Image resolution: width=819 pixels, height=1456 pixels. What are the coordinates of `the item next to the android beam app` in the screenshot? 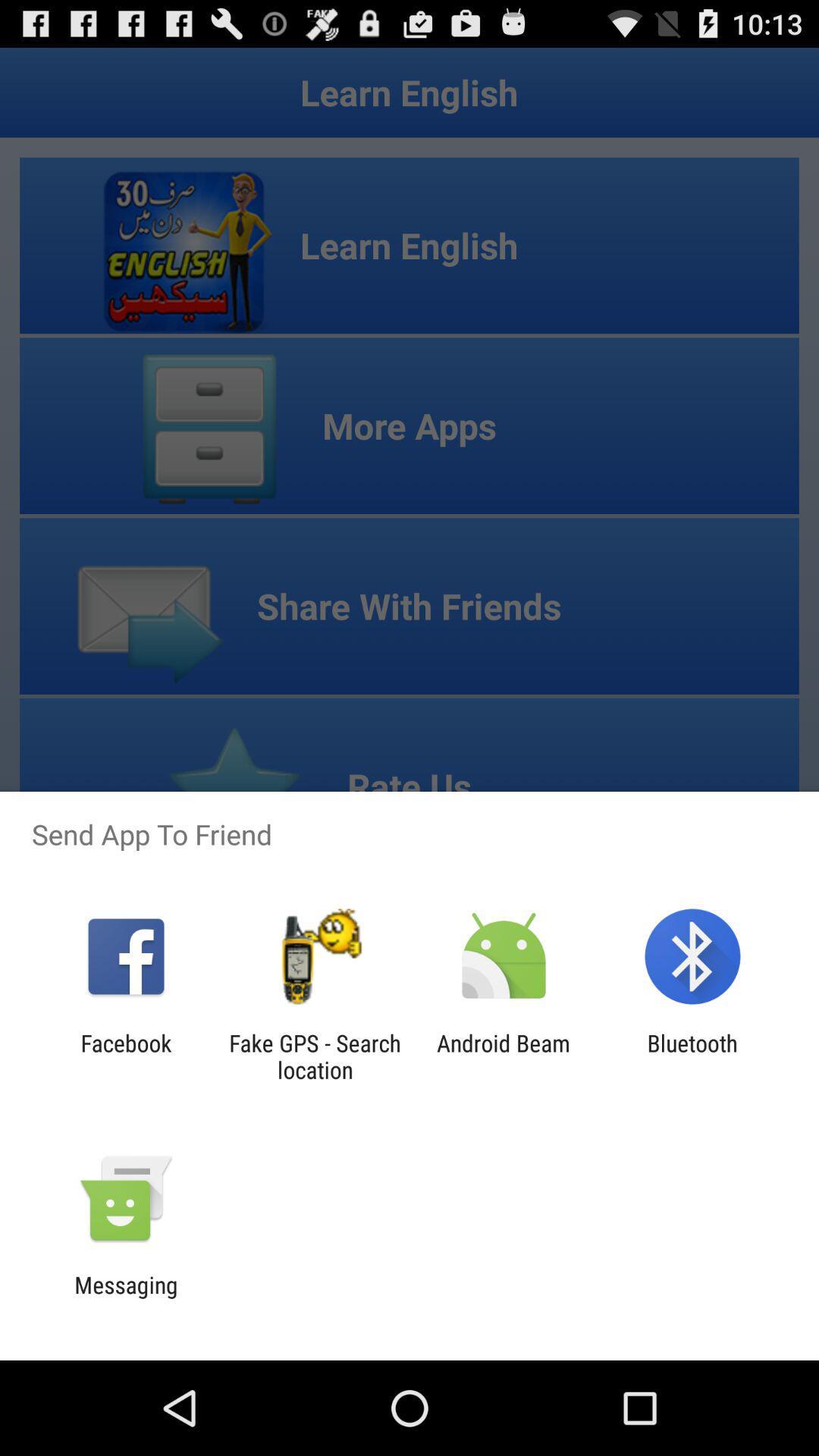 It's located at (314, 1056).